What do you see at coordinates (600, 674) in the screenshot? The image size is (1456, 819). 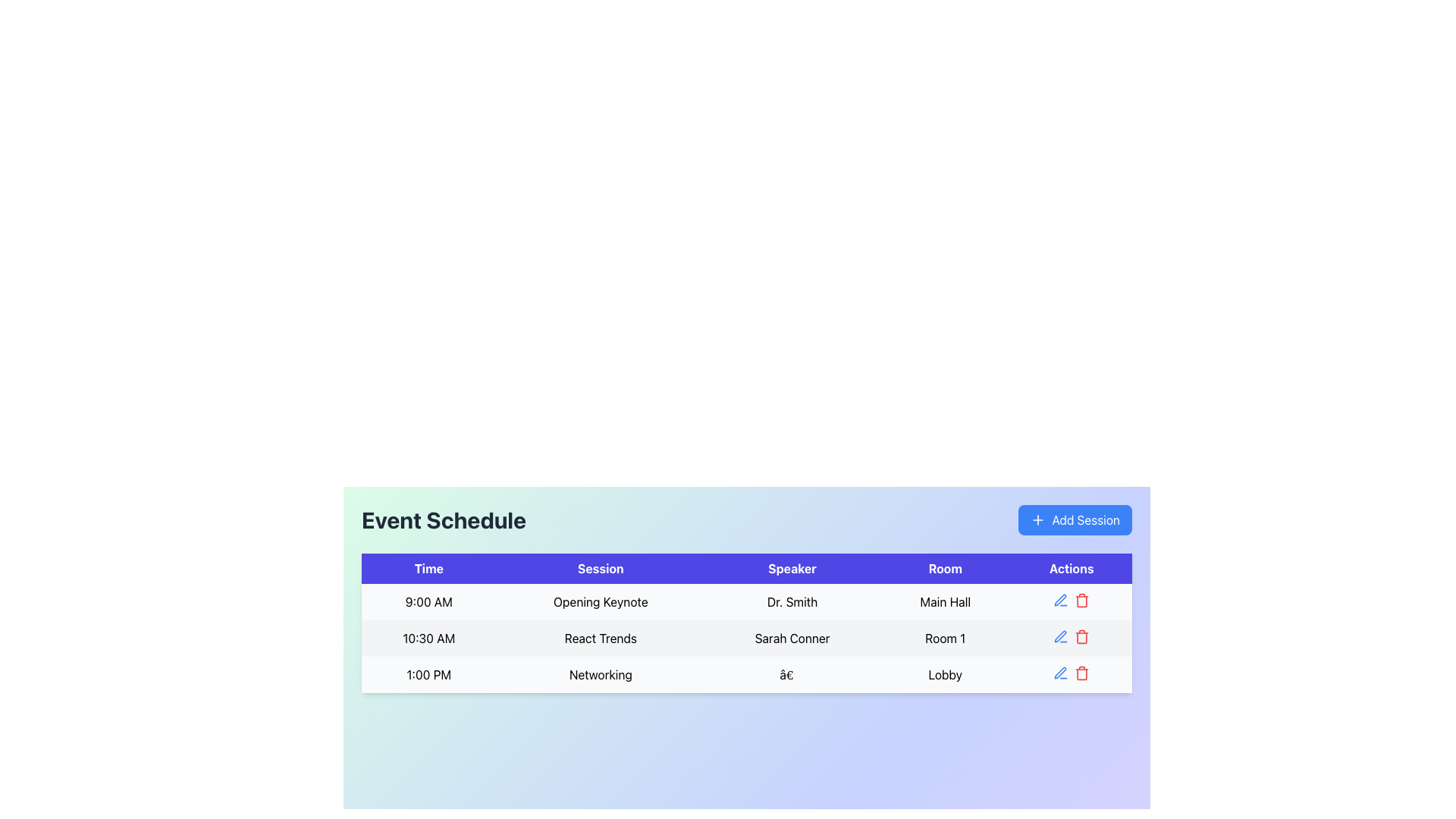 I see `text displayed in the text label 'Networking' located in the third row and second column of the schedule table under the 'Session' header` at bounding box center [600, 674].